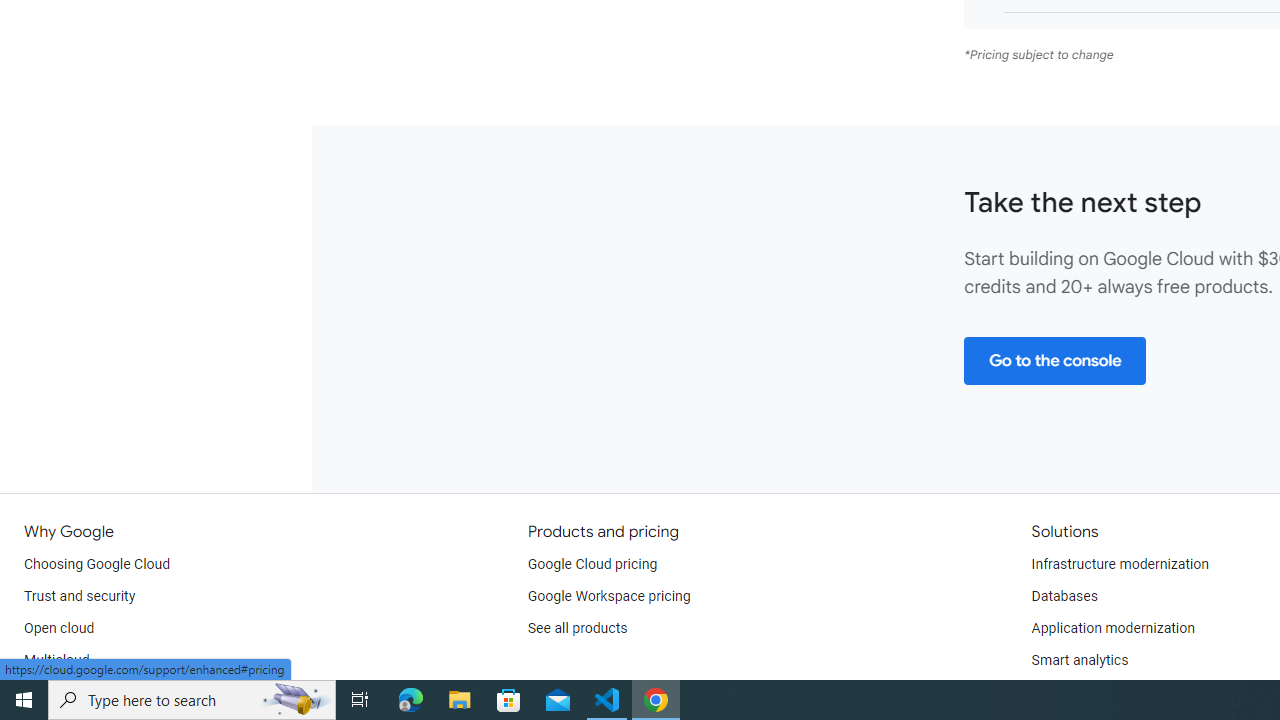 This screenshot has height=720, width=1280. Describe the element at coordinates (591, 564) in the screenshot. I see `'Google Cloud pricing'` at that location.